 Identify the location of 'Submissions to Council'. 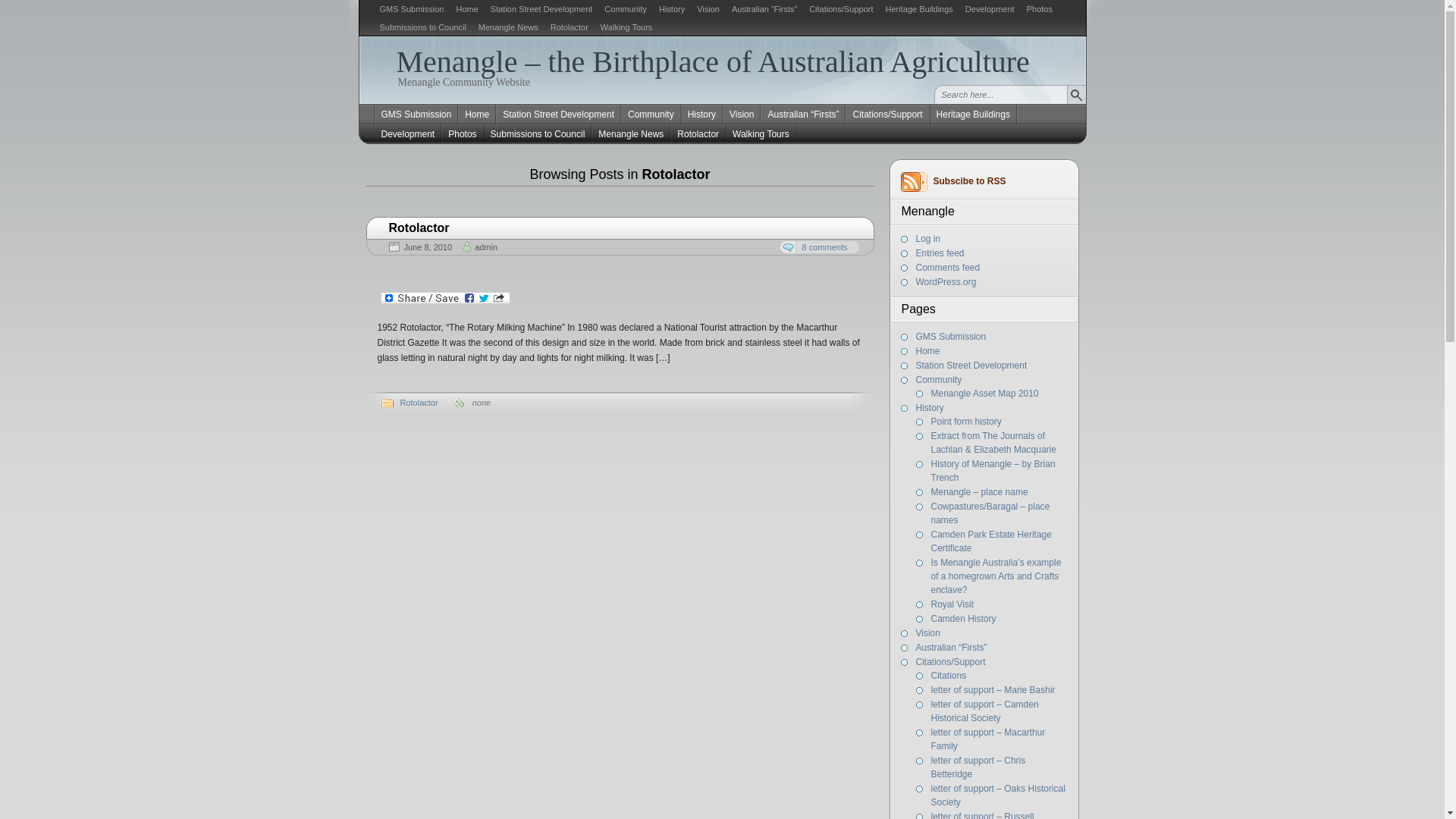
(422, 27).